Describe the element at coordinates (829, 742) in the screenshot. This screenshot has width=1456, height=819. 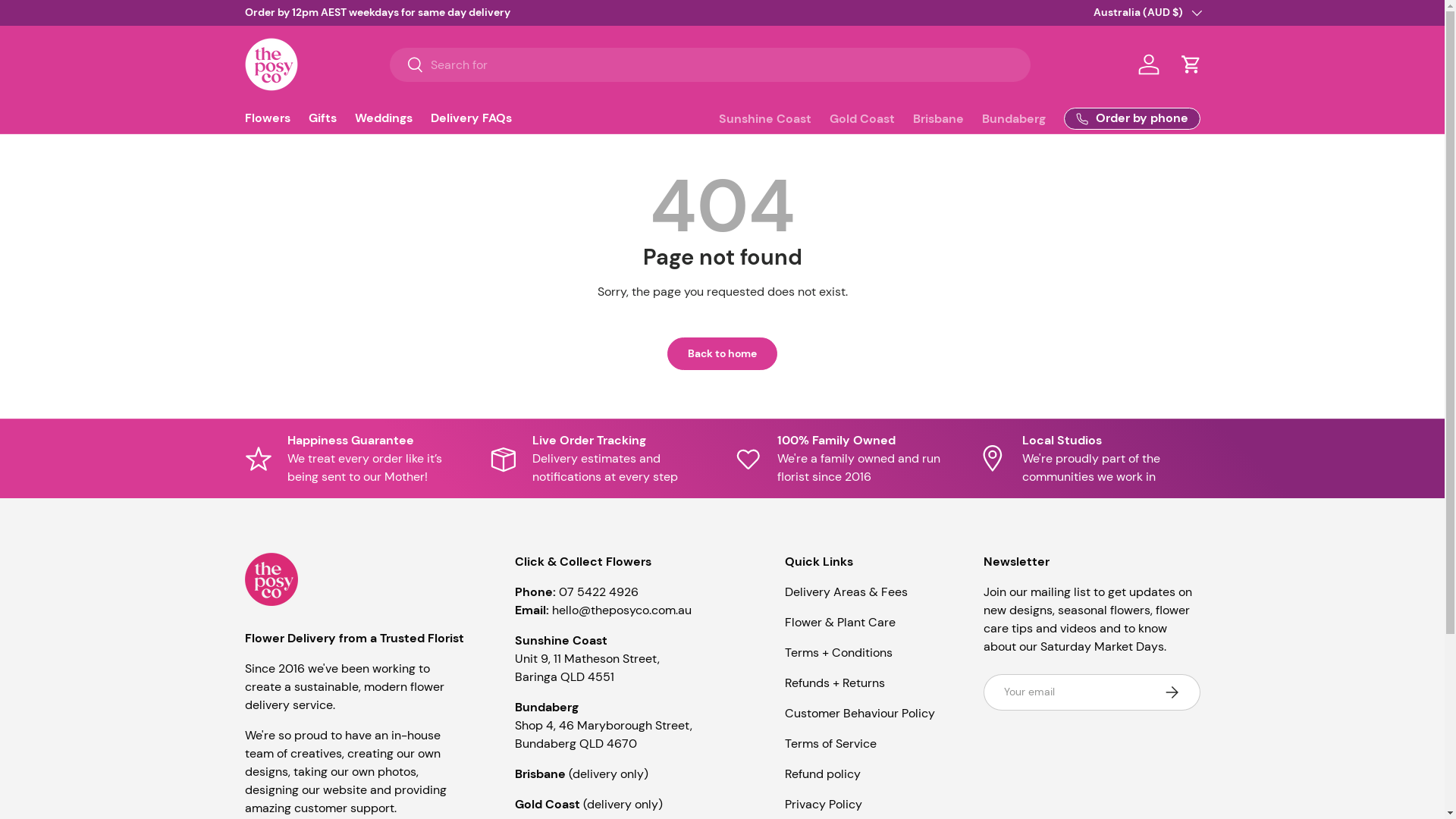
I see `'Terms of Service'` at that location.